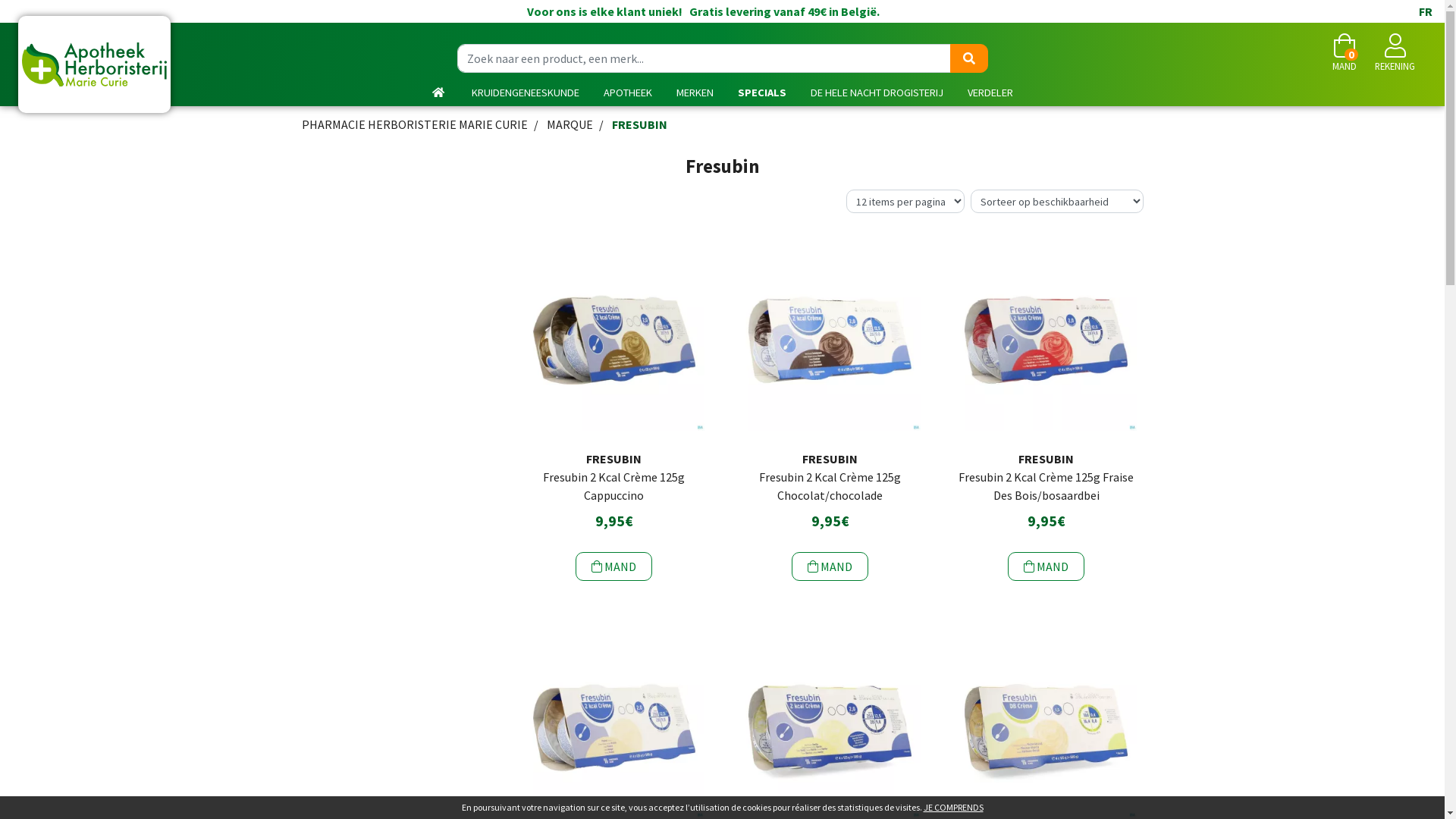 The width and height of the screenshot is (1456, 819). I want to click on 'FRESUBIN', so click(639, 124).